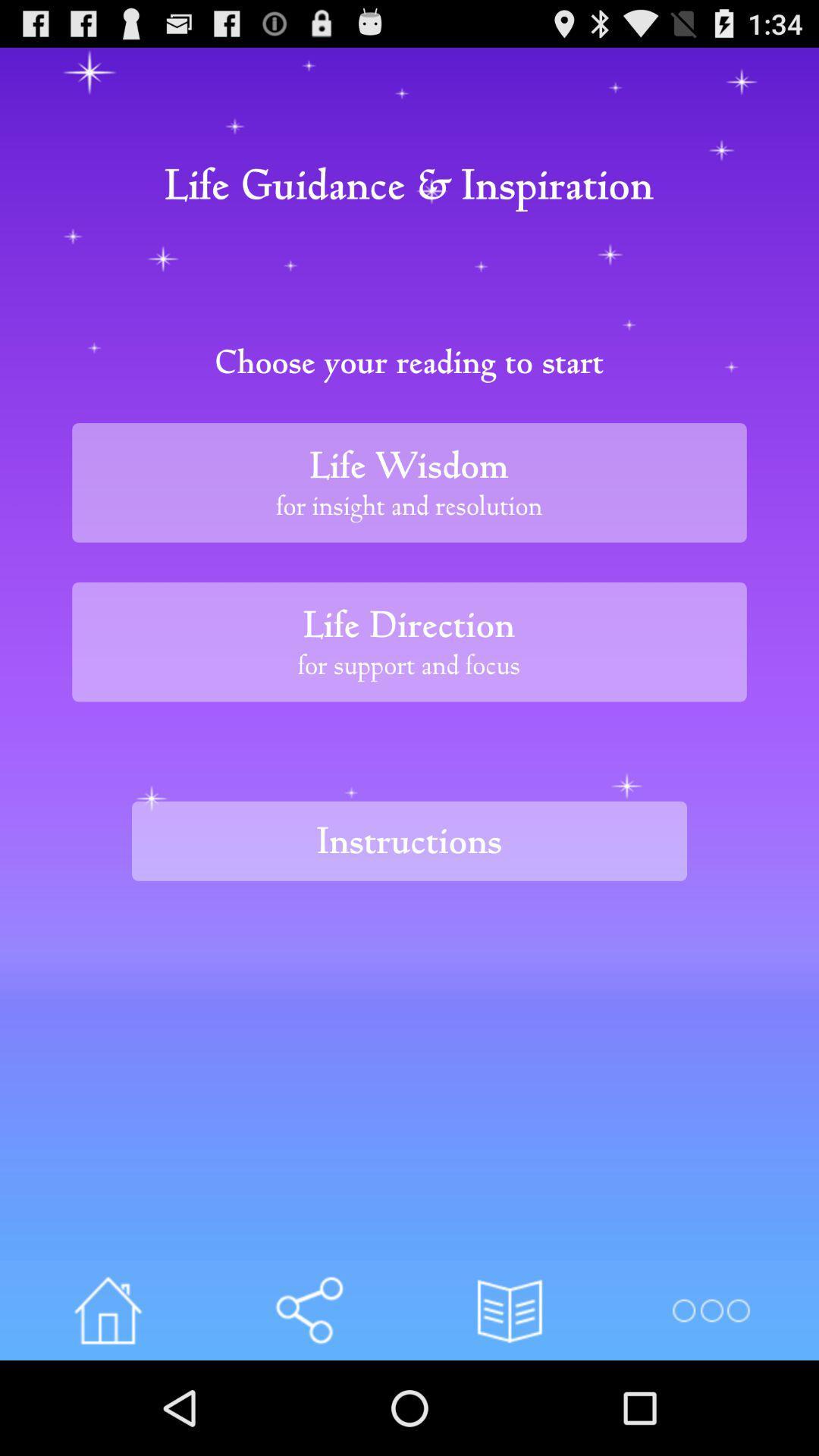  Describe the element at coordinates (107, 1310) in the screenshot. I see `home page` at that location.